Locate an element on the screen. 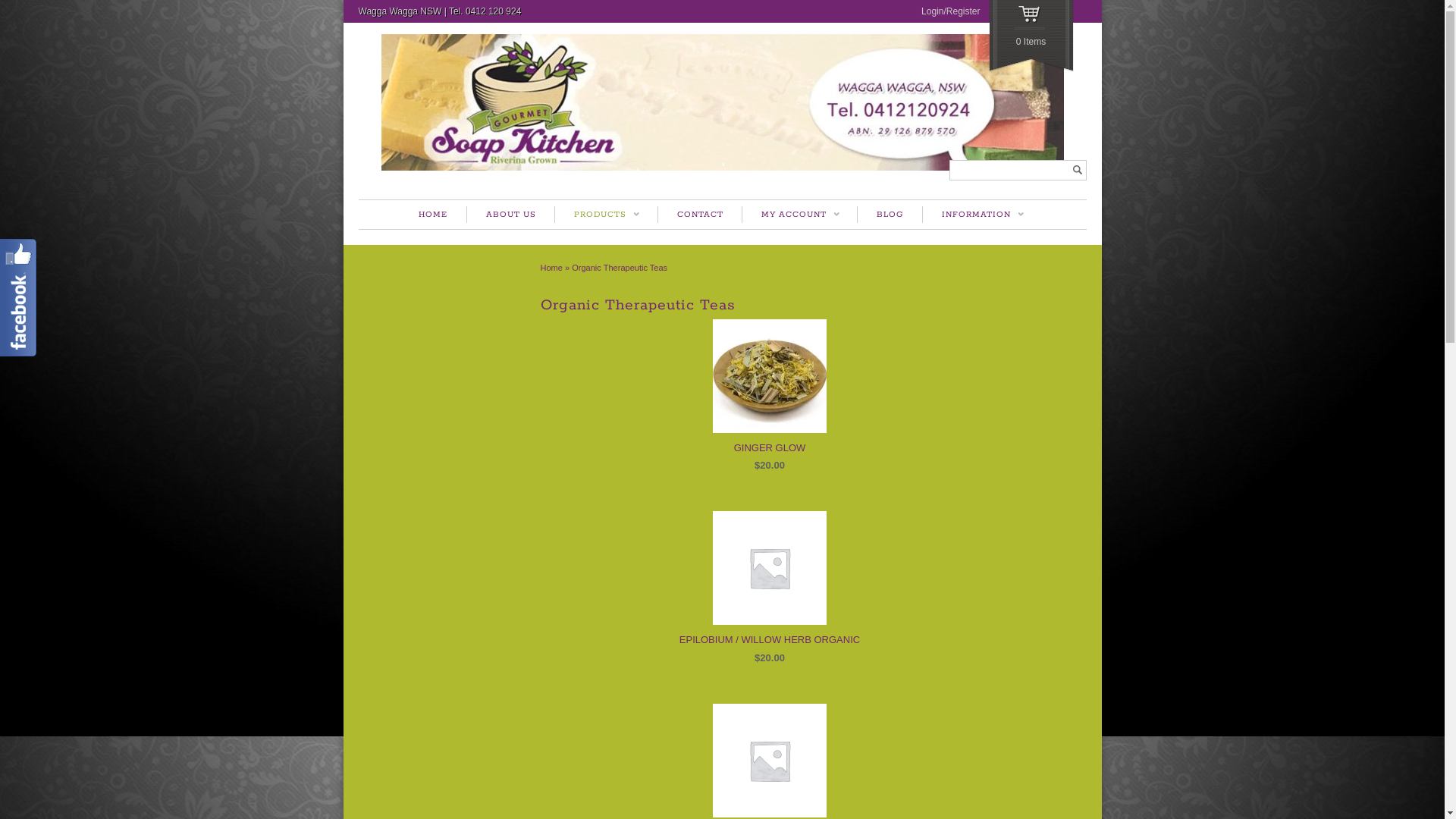  'ABOUT US' is located at coordinates (510, 214).